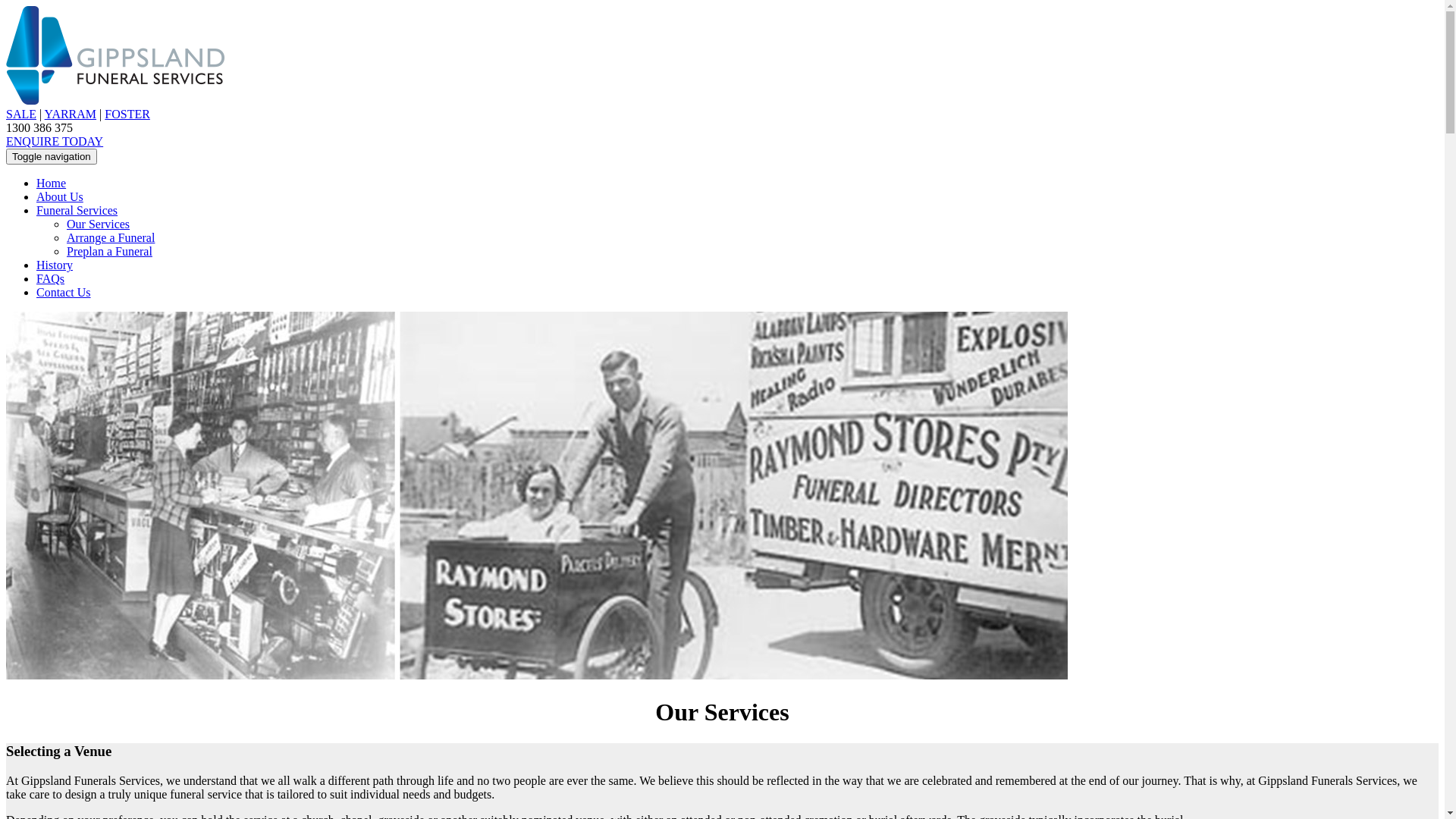 The width and height of the screenshot is (1456, 819). Describe the element at coordinates (76, 210) in the screenshot. I see `'Funeral Services'` at that location.